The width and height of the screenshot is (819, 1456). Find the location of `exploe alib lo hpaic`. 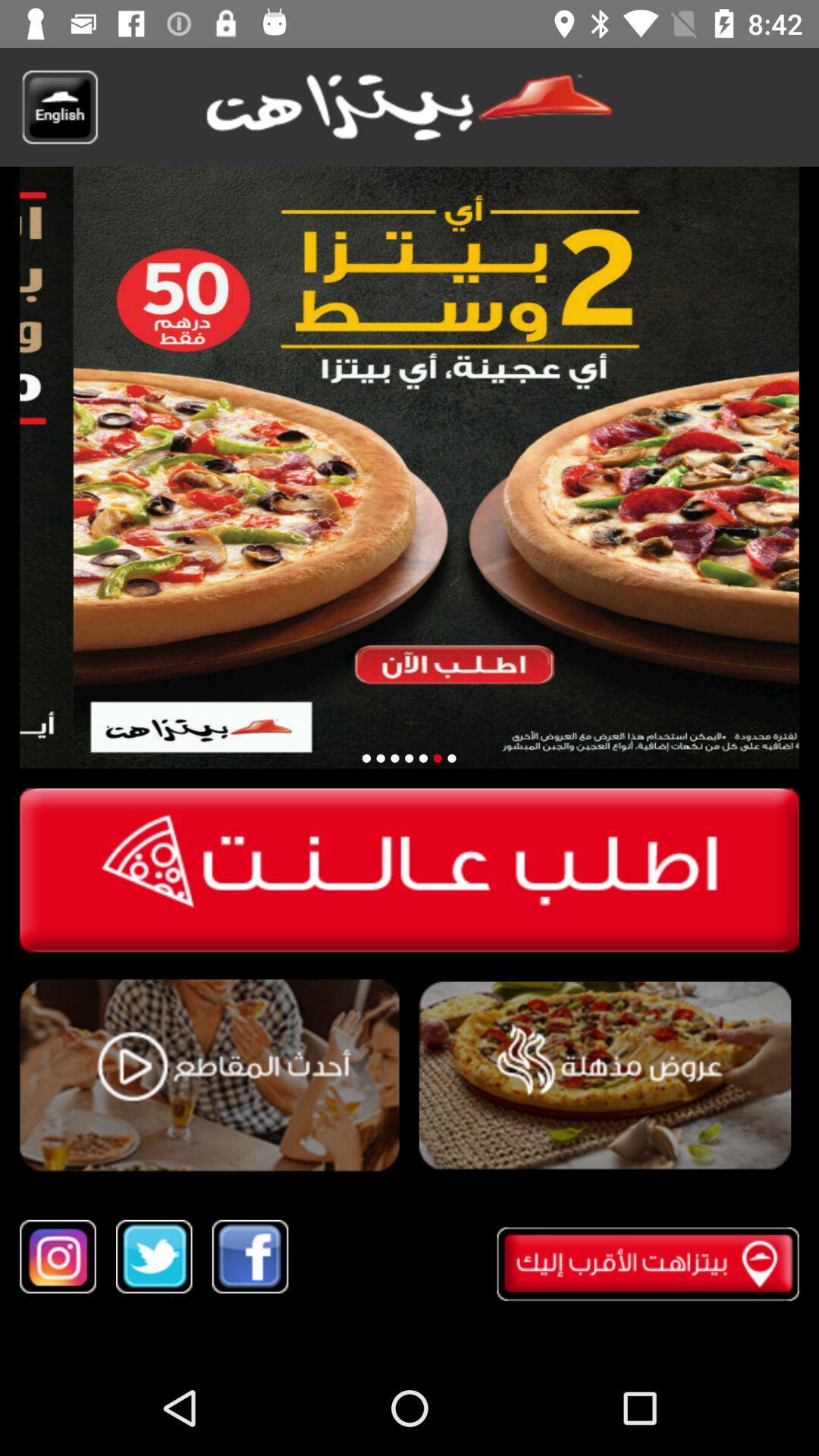

exploe alib lo hpaic is located at coordinates (604, 1075).